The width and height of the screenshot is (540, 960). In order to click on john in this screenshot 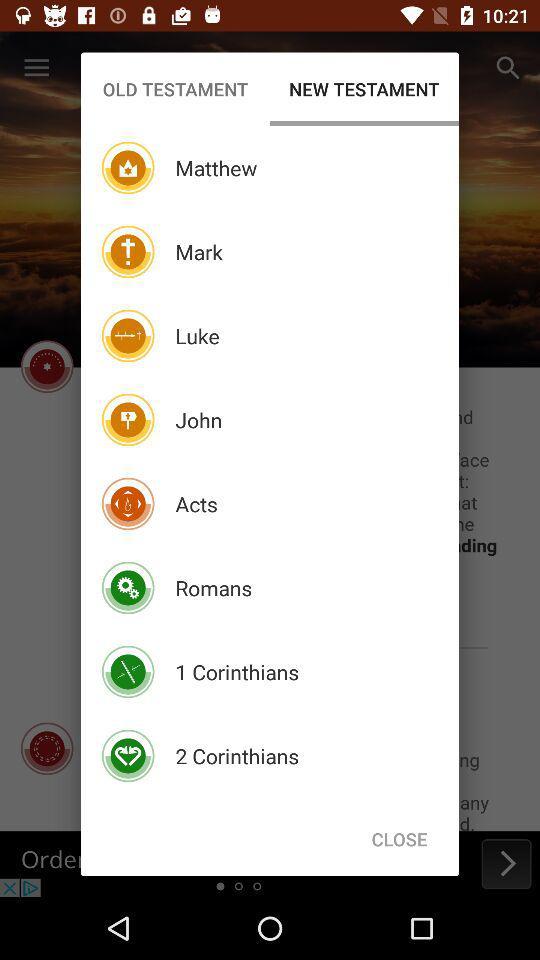, I will do `click(198, 419)`.